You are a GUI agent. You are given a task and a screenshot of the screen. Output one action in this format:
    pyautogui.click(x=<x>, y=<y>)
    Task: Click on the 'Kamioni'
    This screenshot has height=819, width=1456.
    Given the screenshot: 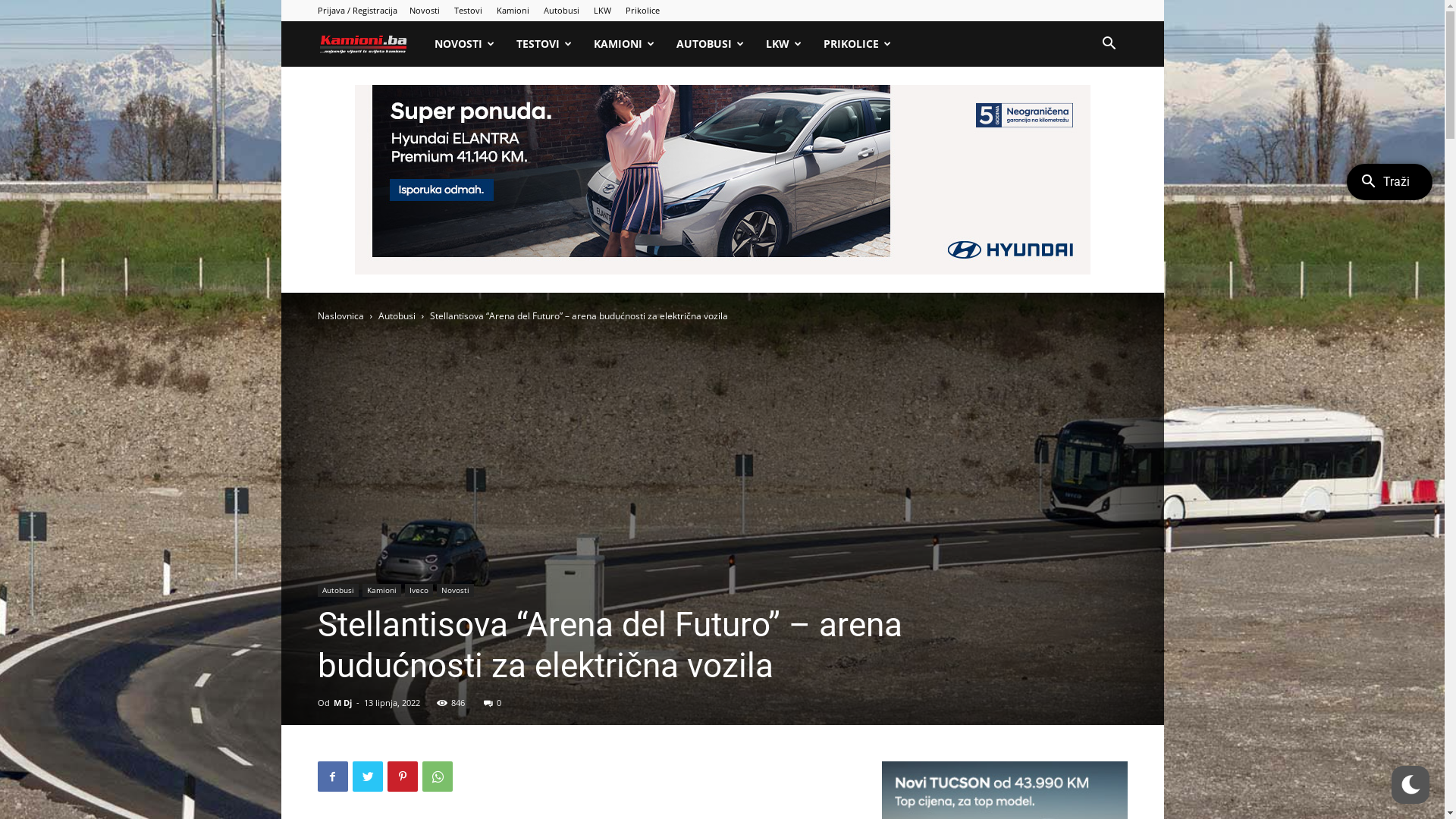 What is the action you would take?
    pyautogui.click(x=512, y=10)
    